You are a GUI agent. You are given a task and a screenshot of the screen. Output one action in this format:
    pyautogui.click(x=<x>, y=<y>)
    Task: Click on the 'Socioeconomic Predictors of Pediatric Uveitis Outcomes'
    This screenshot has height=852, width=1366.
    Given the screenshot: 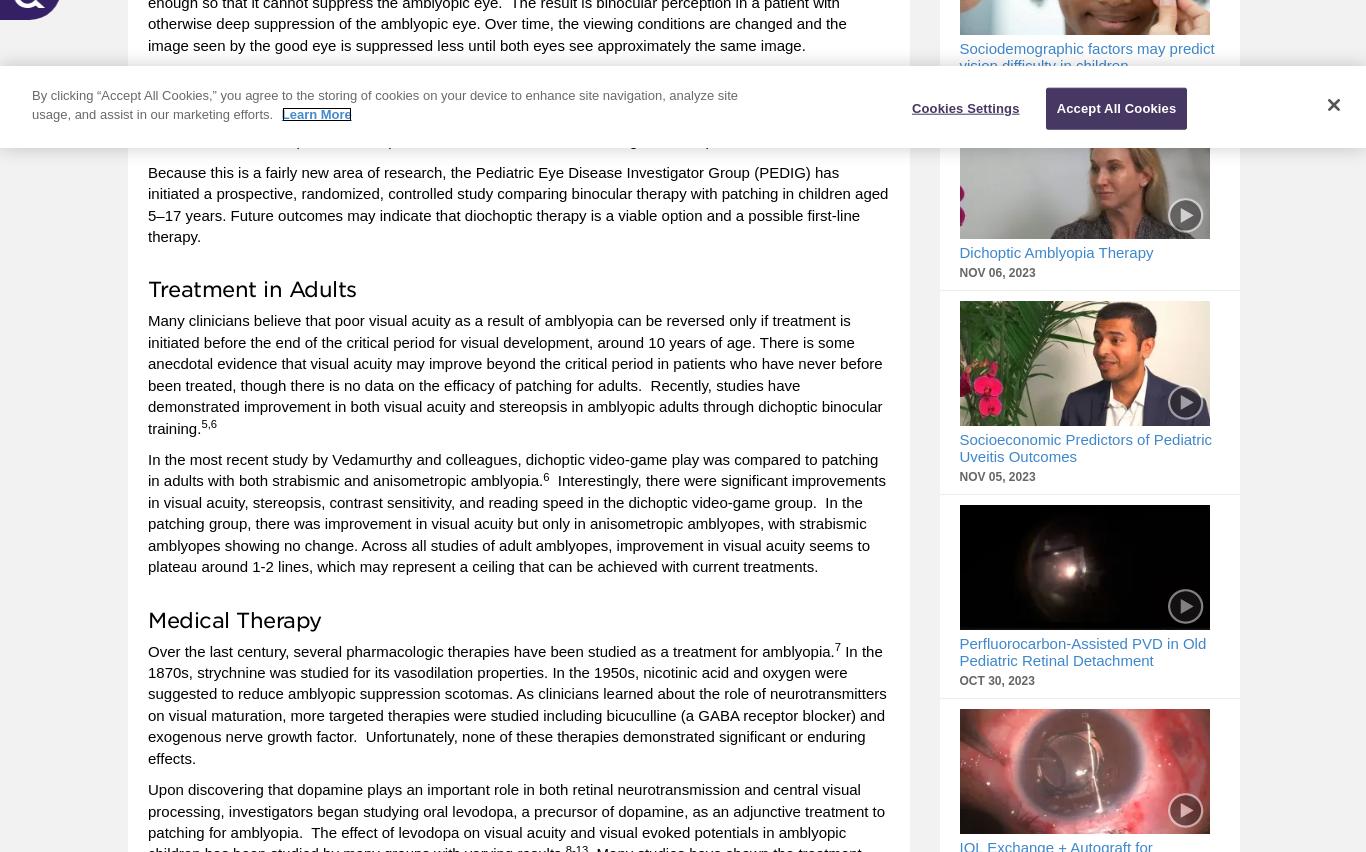 What is the action you would take?
    pyautogui.click(x=1084, y=446)
    